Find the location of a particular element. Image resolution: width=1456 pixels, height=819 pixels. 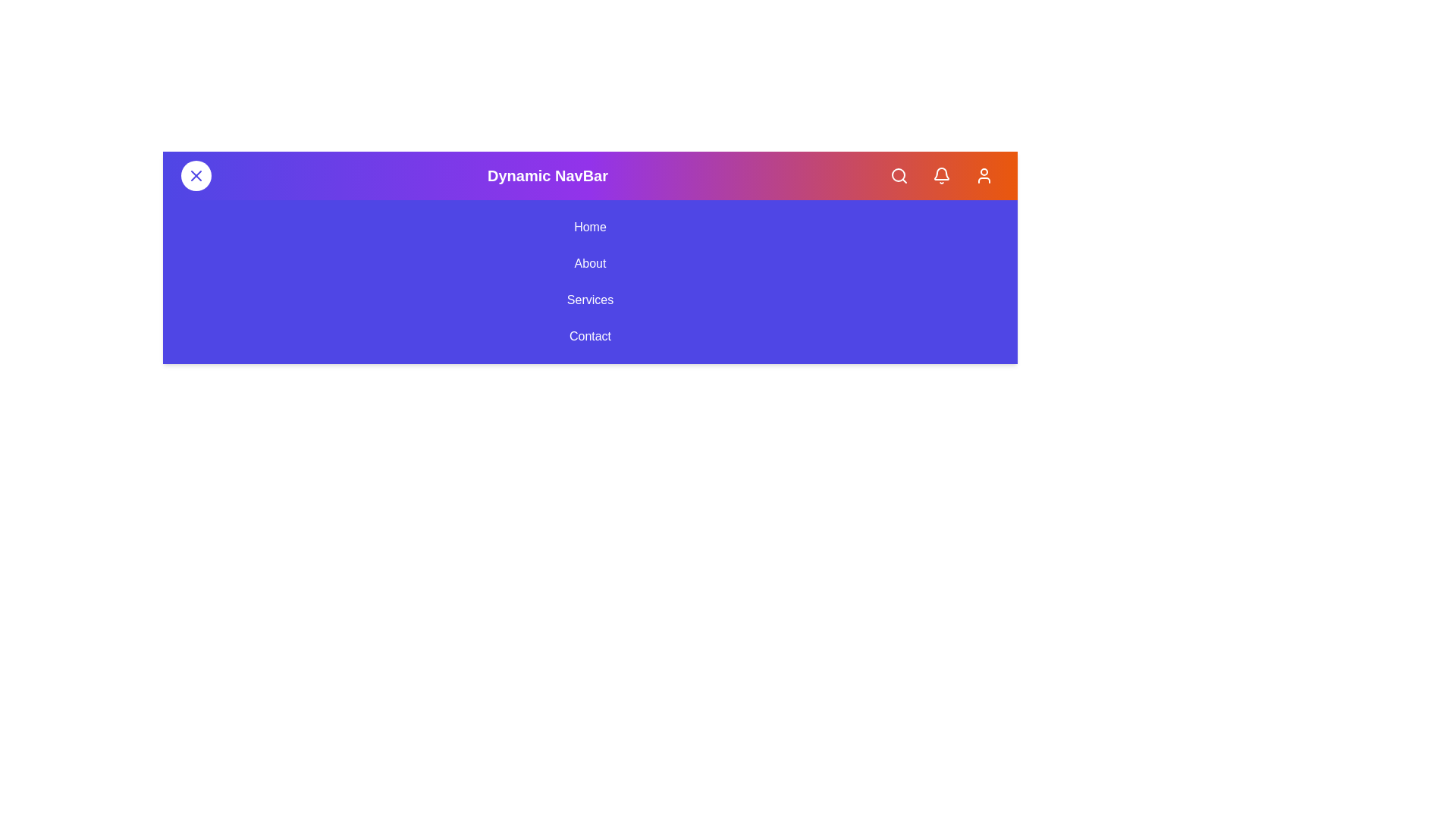

the Notifications button in the app bar is located at coordinates (941, 174).